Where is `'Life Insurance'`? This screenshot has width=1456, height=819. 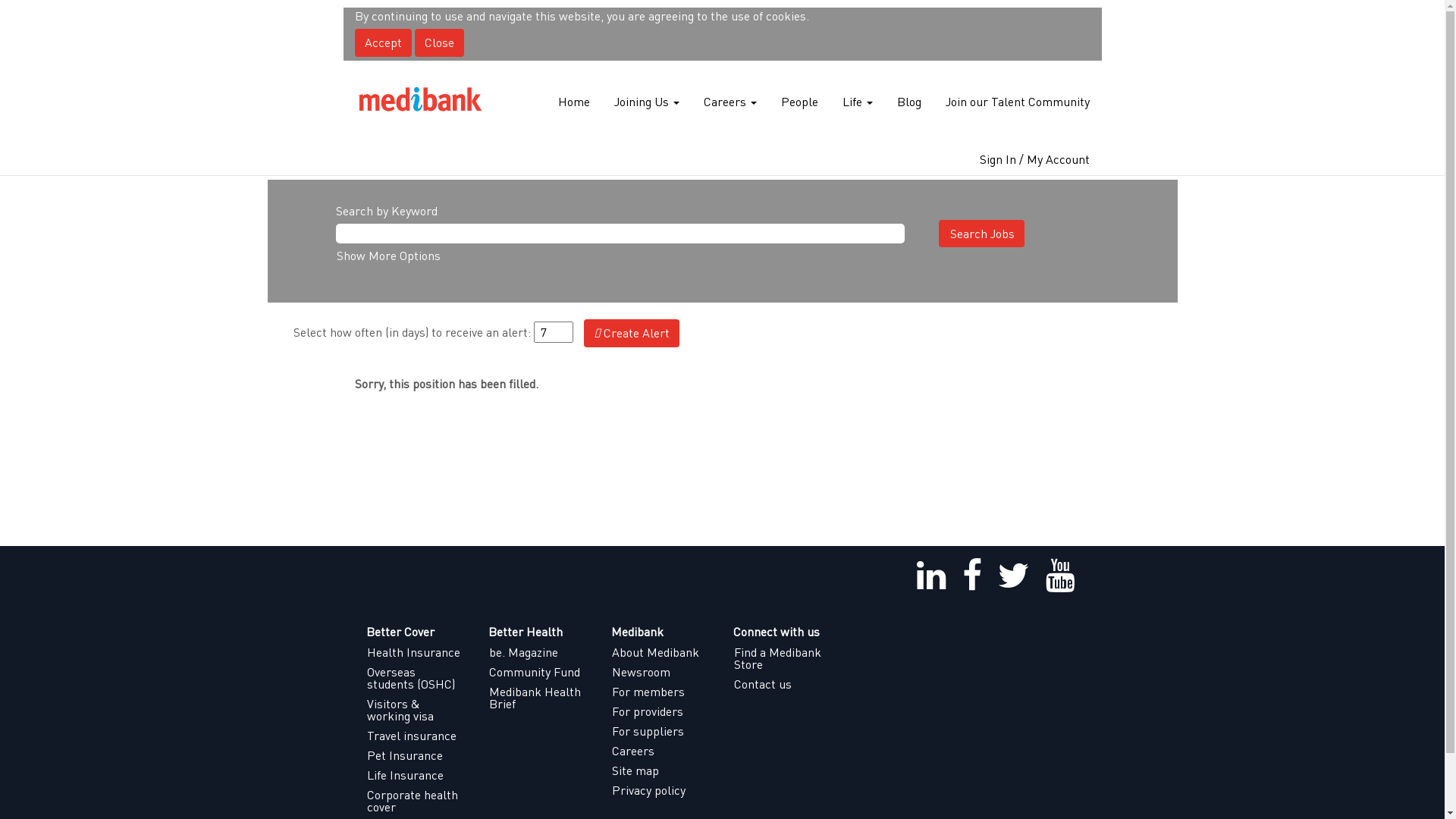 'Life Insurance' is located at coordinates (365, 775).